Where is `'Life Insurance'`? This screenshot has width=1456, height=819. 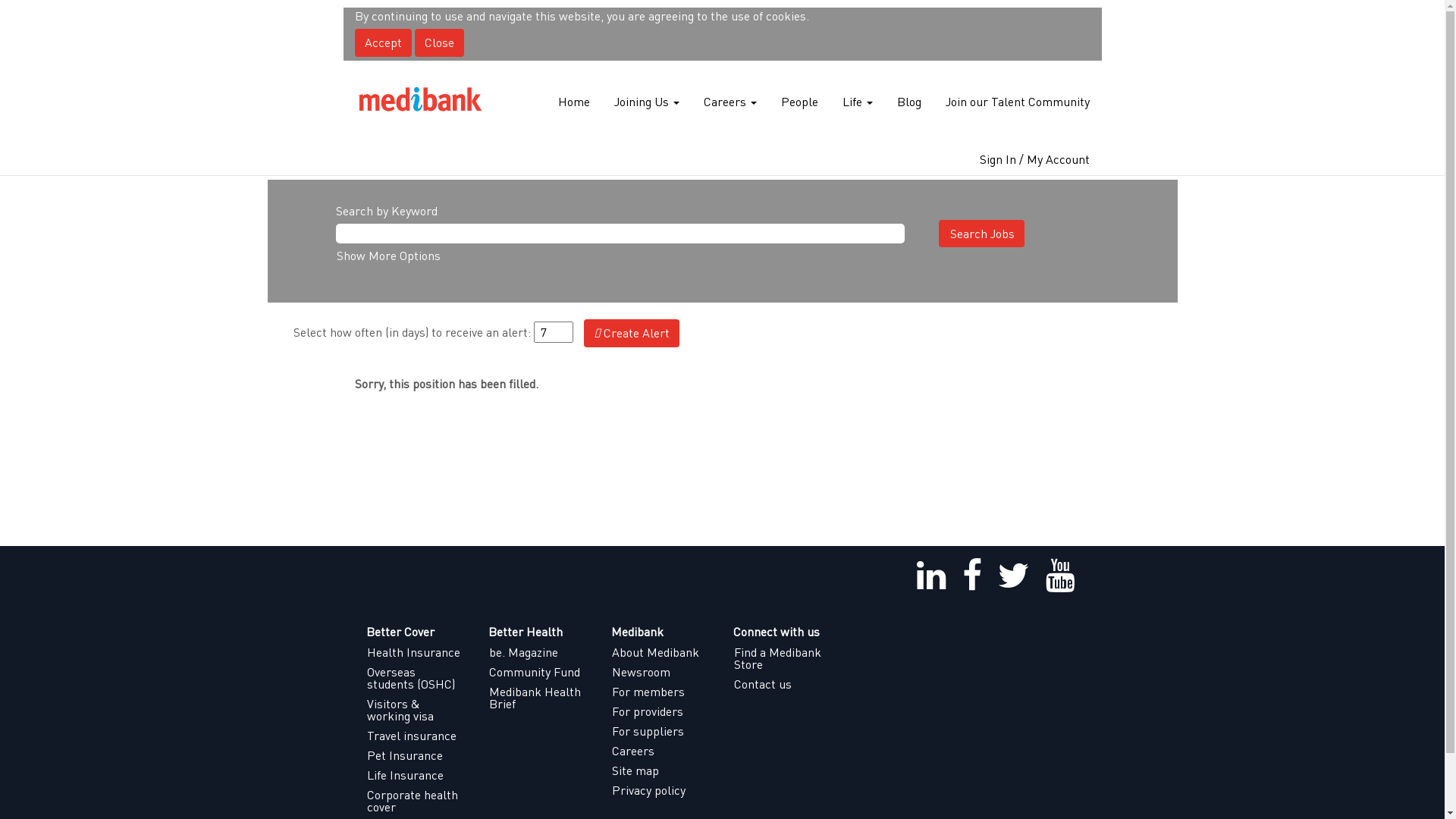 'Life Insurance' is located at coordinates (365, 775).